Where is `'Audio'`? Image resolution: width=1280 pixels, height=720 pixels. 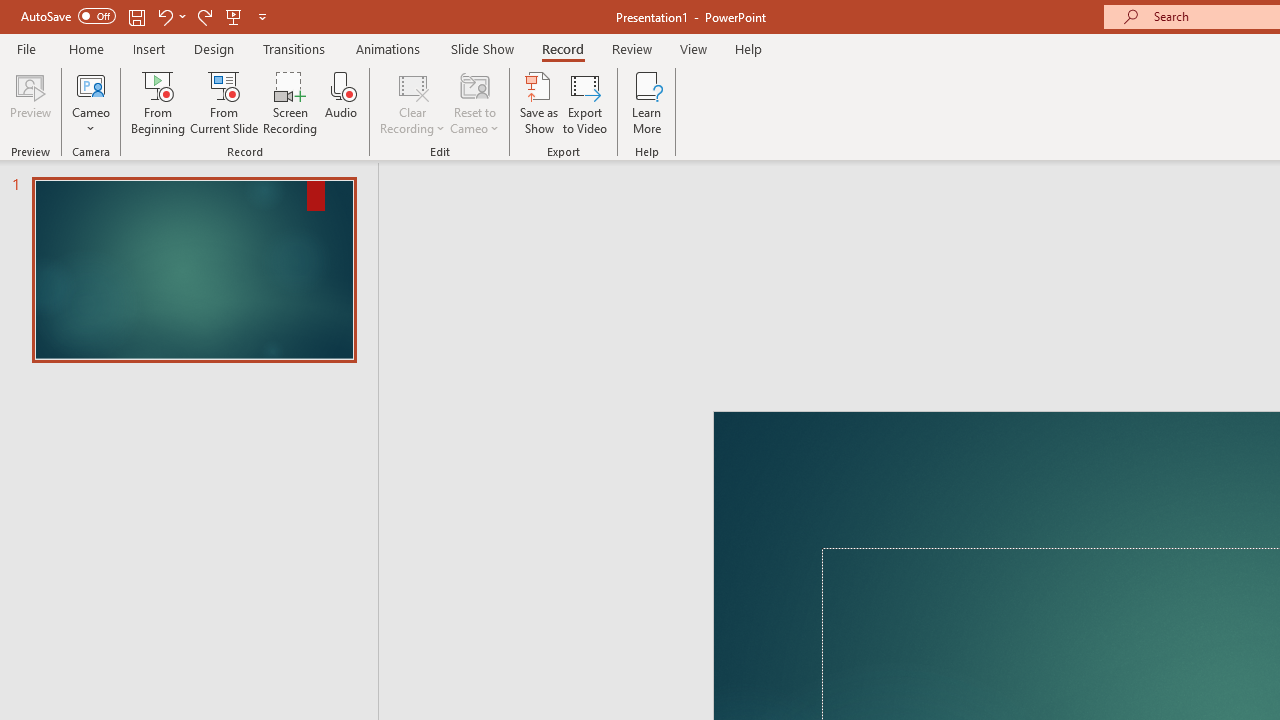 'Audio' is located at coordinates (341, 103).